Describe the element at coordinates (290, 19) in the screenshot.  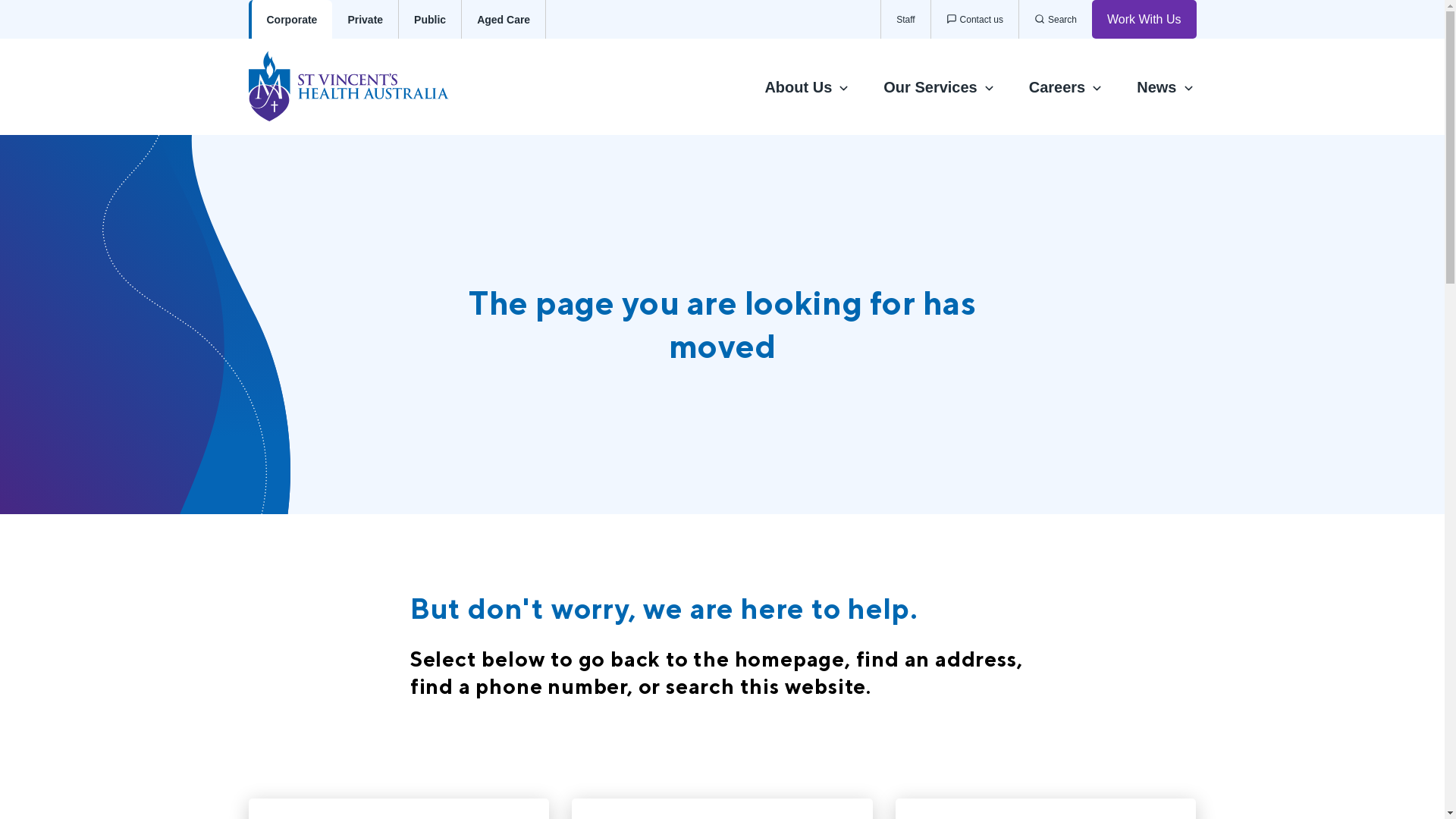
I see `'Corporate'` at that location.